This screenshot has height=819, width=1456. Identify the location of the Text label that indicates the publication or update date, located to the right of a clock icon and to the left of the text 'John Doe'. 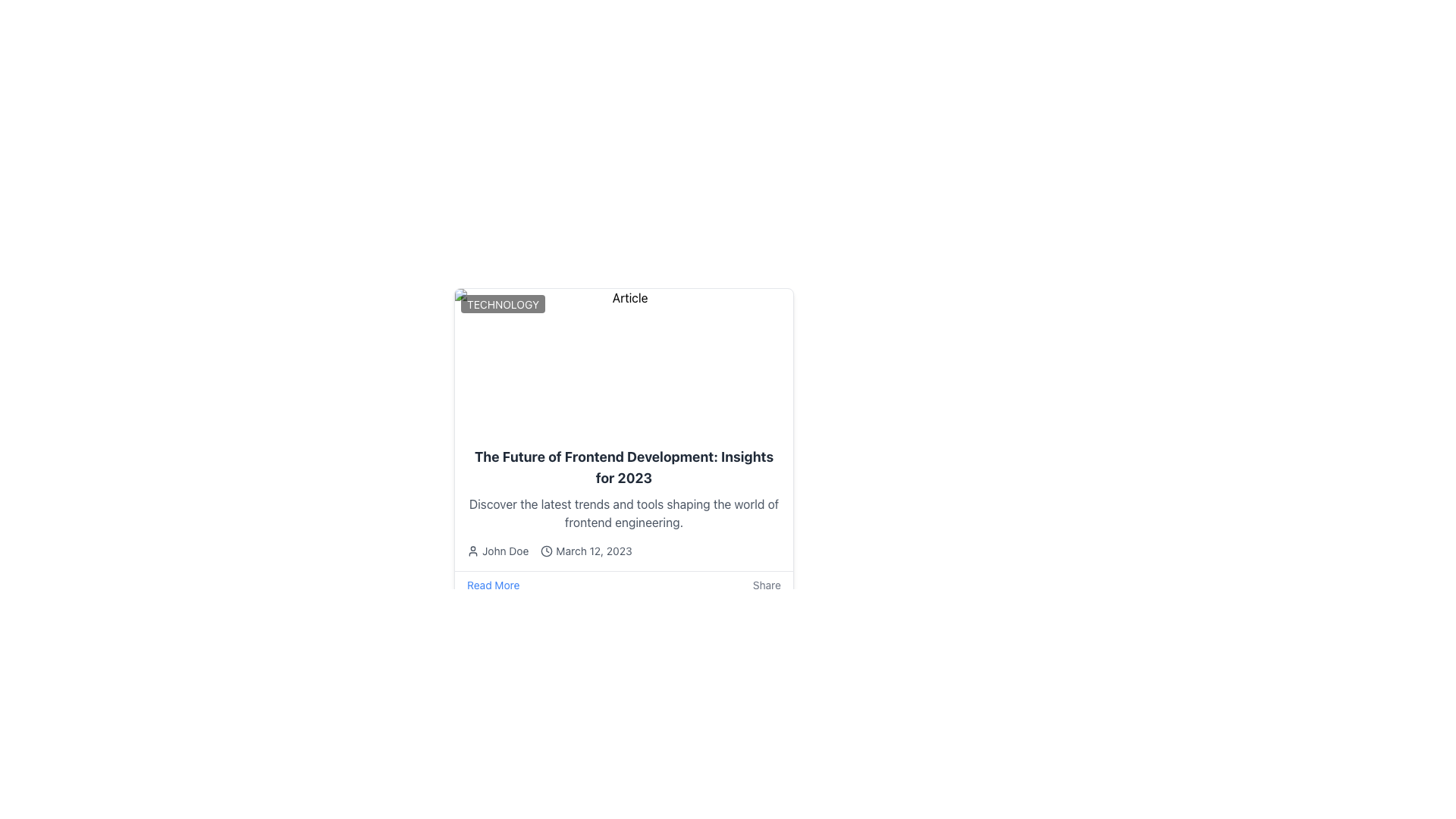
(593, 551).